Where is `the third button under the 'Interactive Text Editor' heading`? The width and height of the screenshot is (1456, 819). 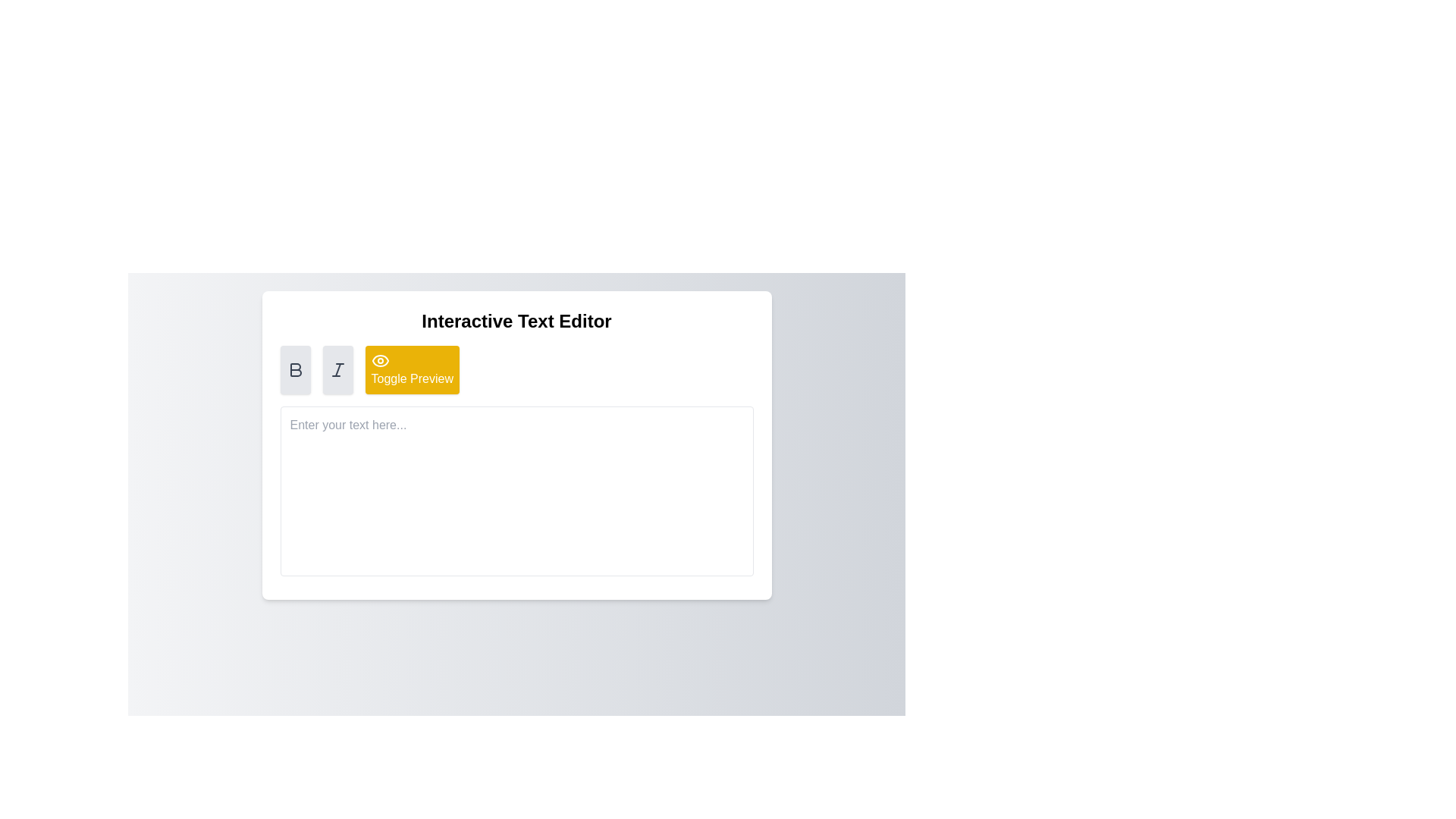
the third button under the 'Interactive Text Editor' heading is located at coordinates (516, 370).